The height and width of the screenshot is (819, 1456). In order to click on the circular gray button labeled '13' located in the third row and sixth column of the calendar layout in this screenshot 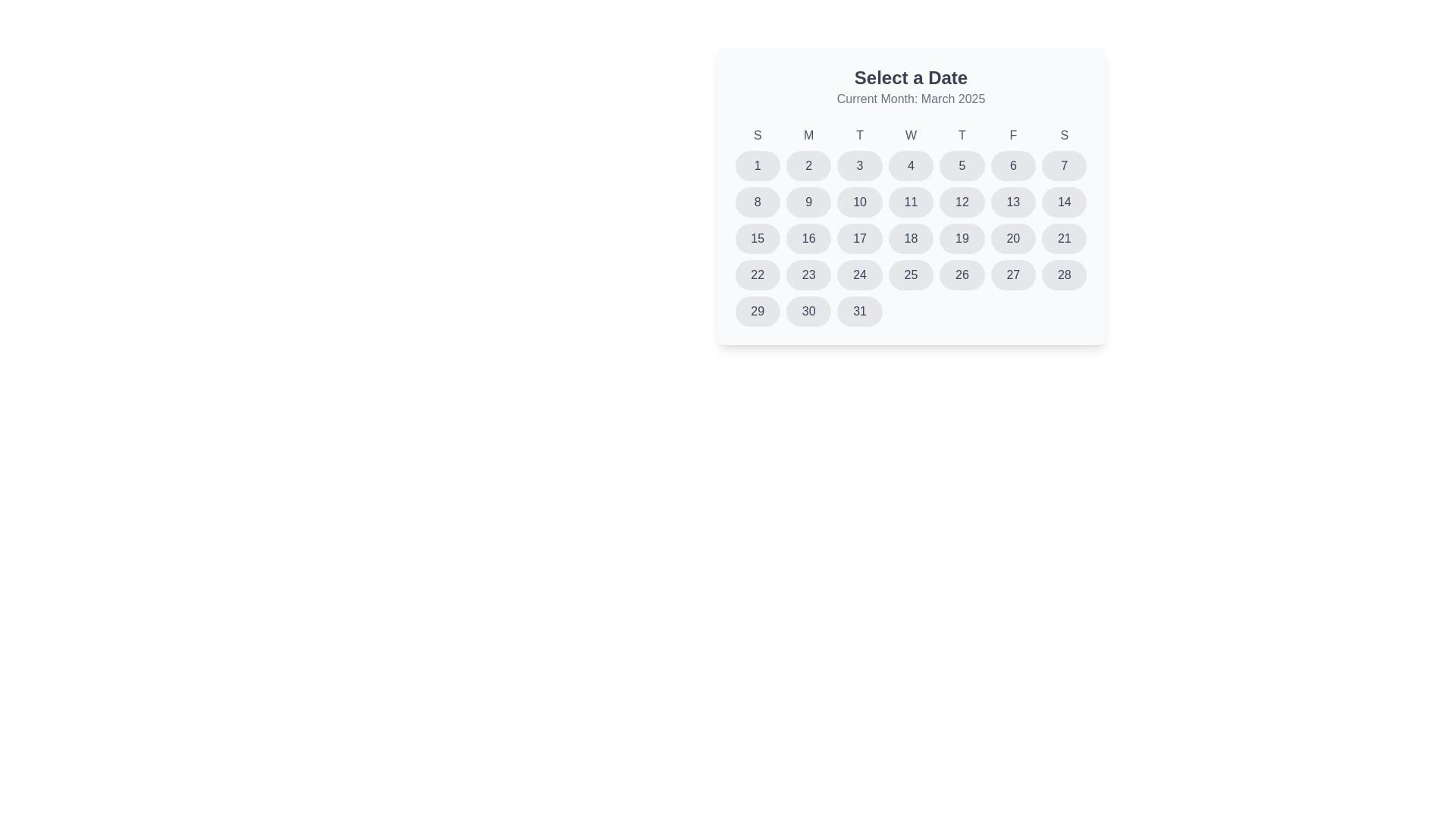, I will do `click(1012, 201)`.